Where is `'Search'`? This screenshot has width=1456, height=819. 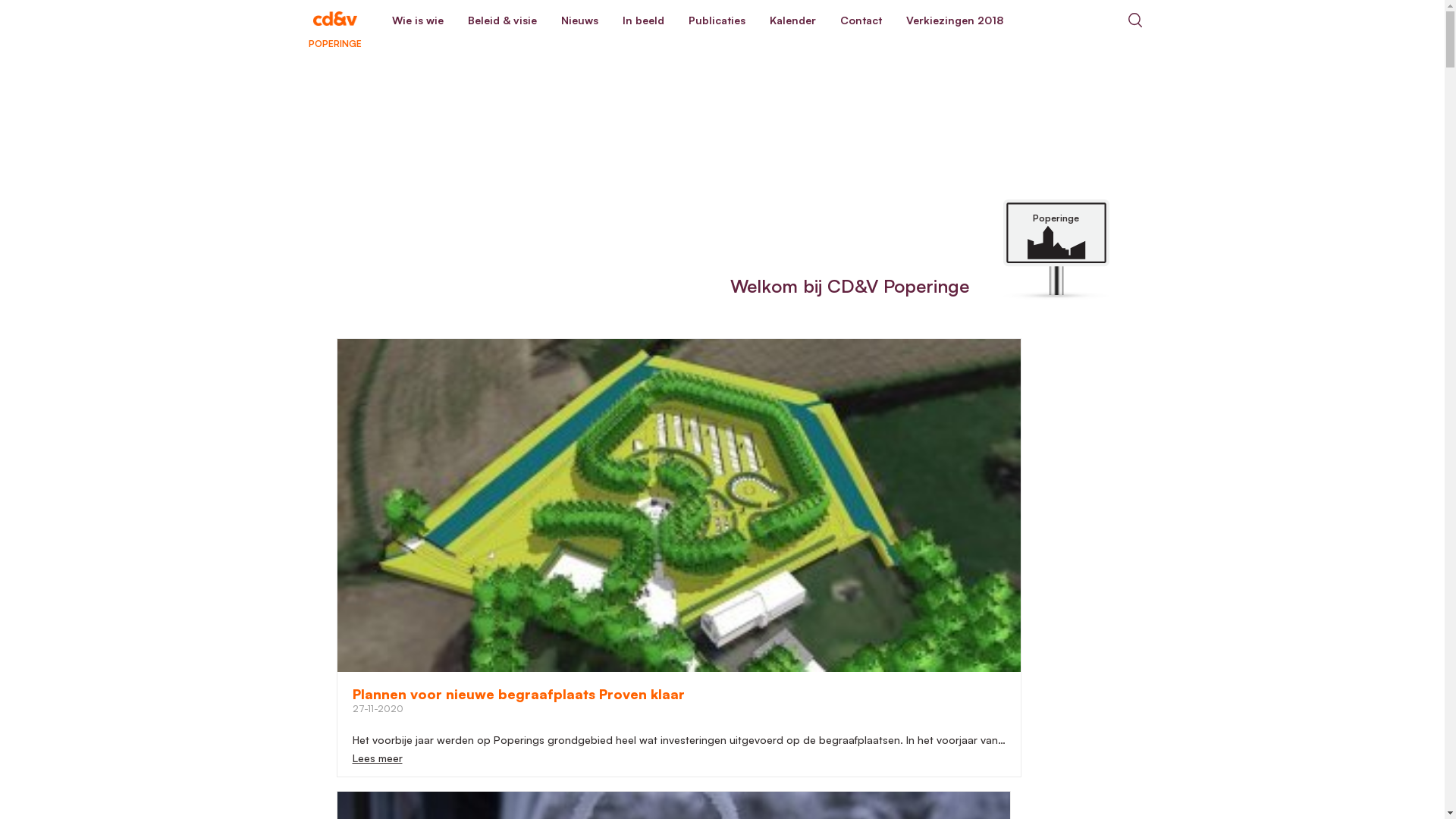
'Search' is located at coordinates (1114, 20).